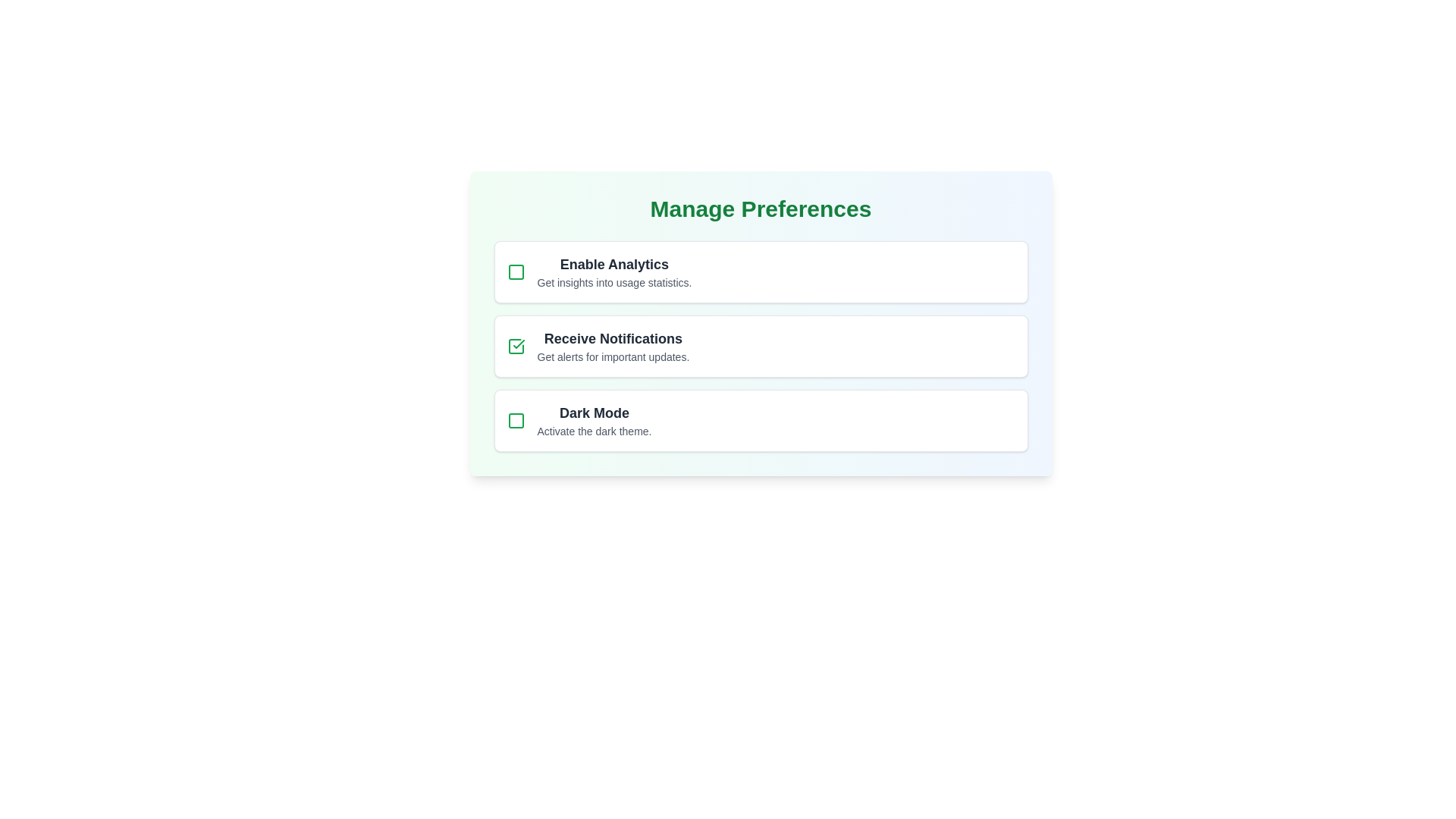 The image size is (1456, 819). Describe the element at coordinates (614, 271) in the screenshot. I see `the label that describes the 'Enable Analytics' option, which provides information about its functionality and is positioned at the top of the settings options` at that location.